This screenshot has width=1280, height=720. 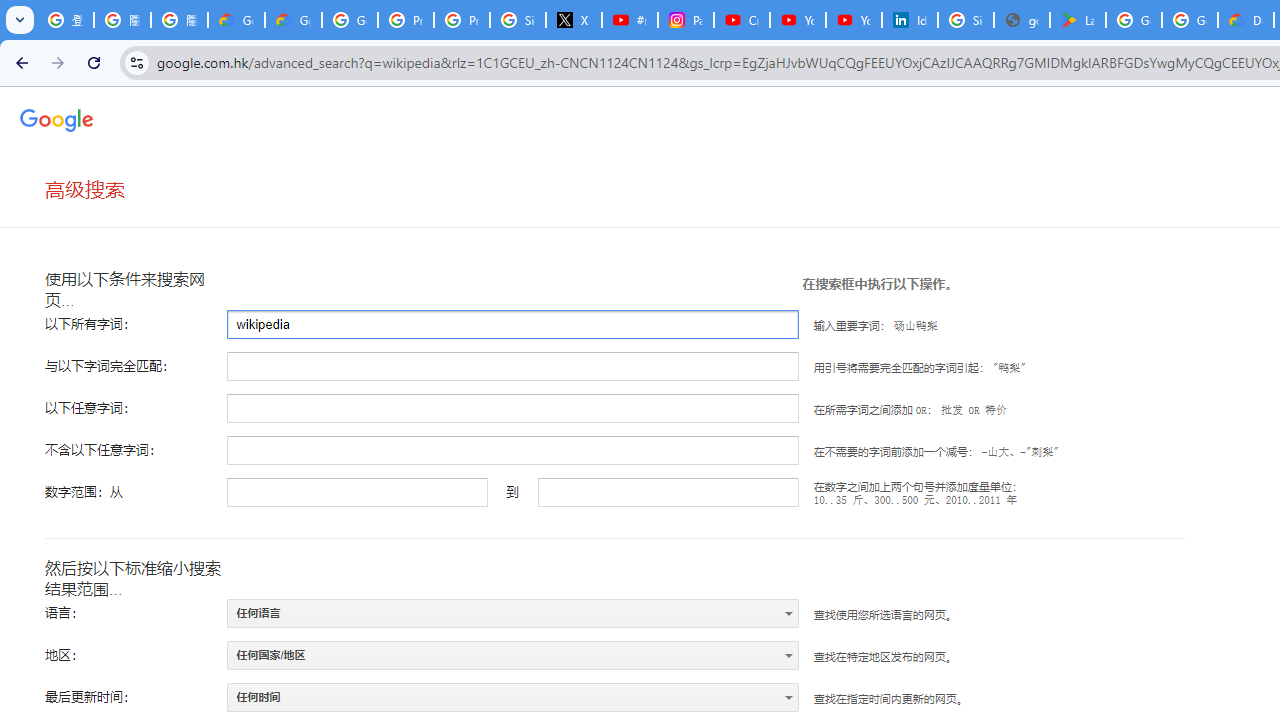 I want to click on 'Google Workspace - Specific Terms', so click(x=1190, y=20).